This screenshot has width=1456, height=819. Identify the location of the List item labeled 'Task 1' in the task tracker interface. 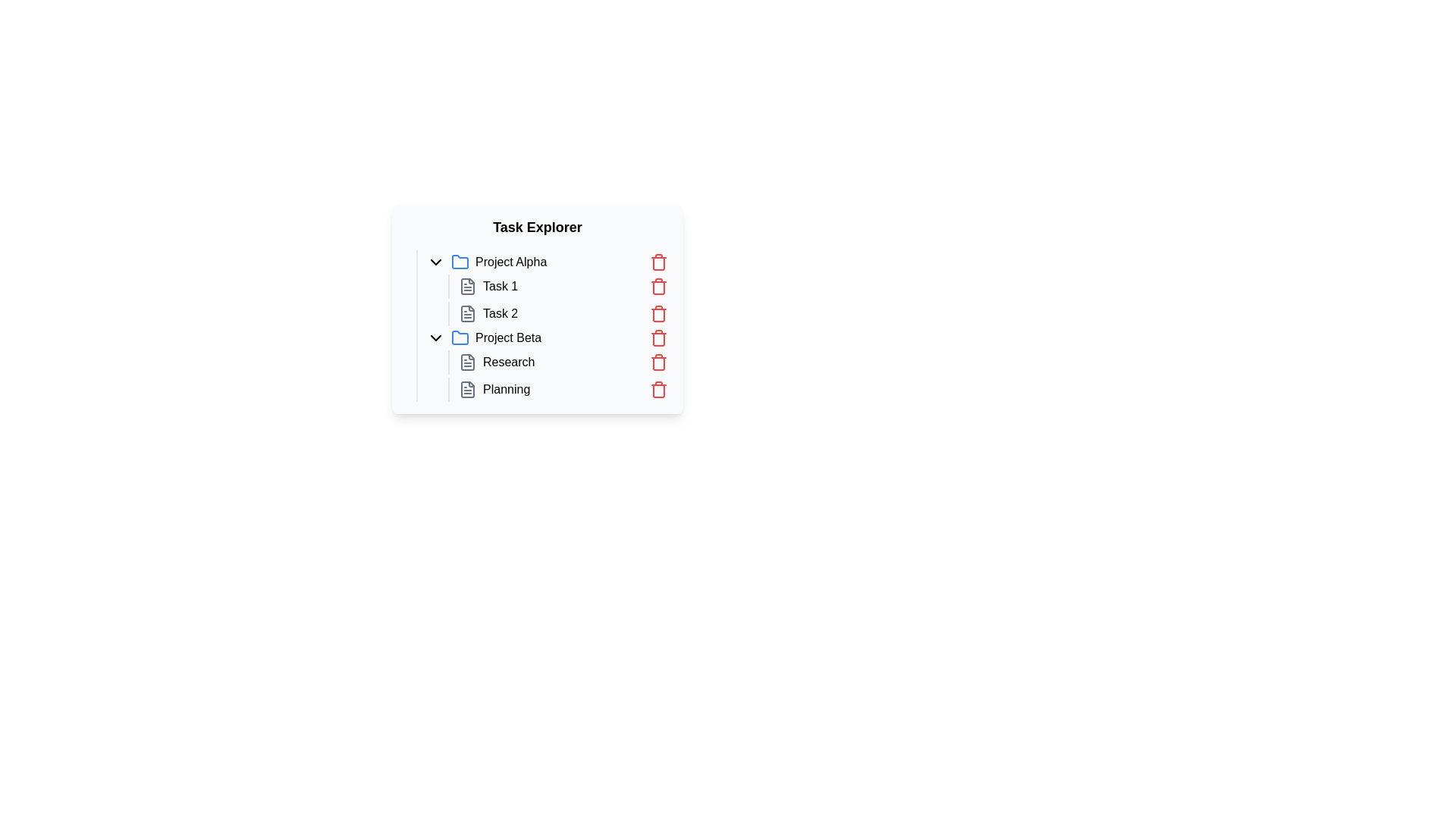
(559, 287).